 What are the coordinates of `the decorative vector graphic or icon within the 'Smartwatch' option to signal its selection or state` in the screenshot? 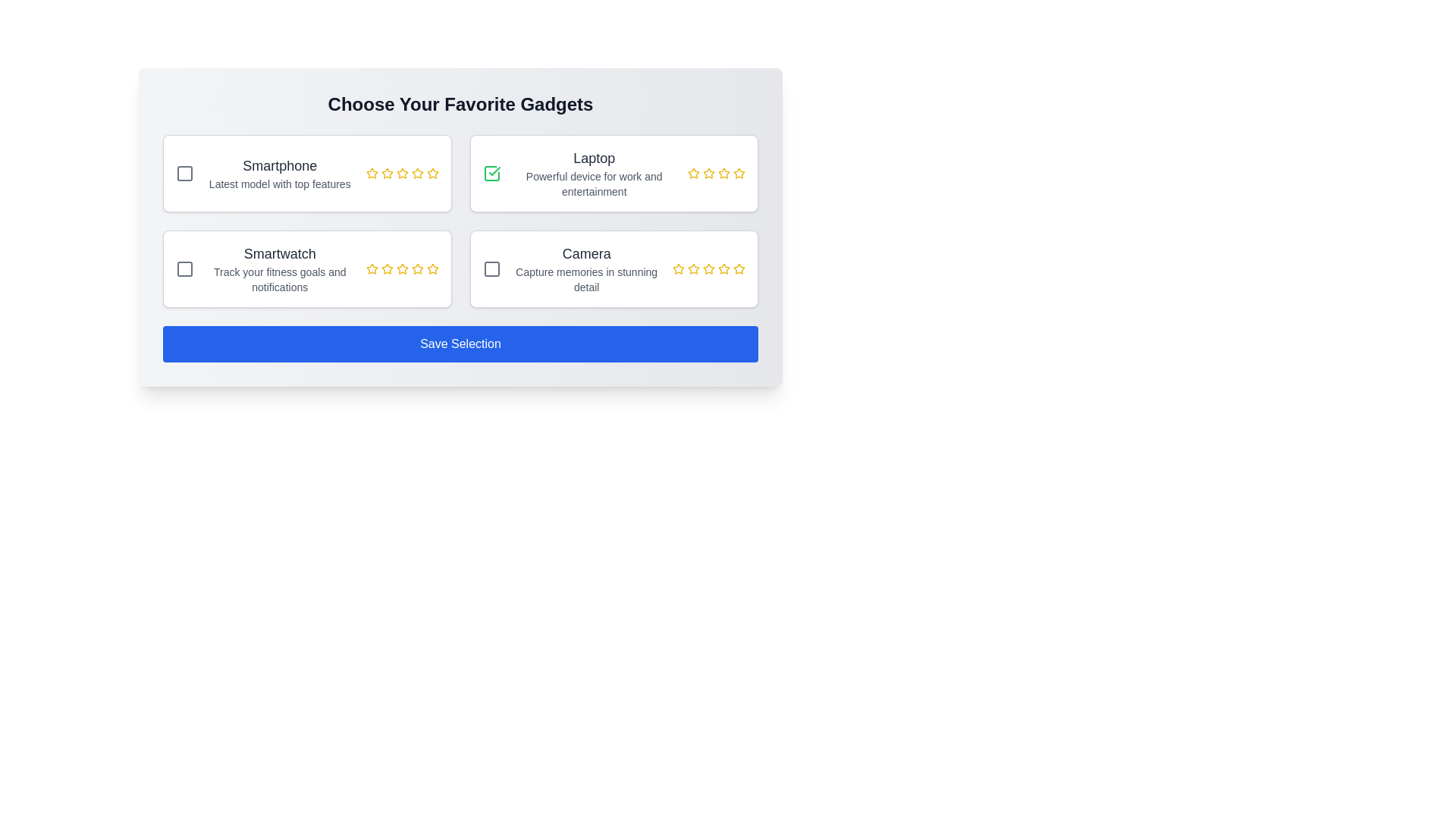 It's located at (184, 268).